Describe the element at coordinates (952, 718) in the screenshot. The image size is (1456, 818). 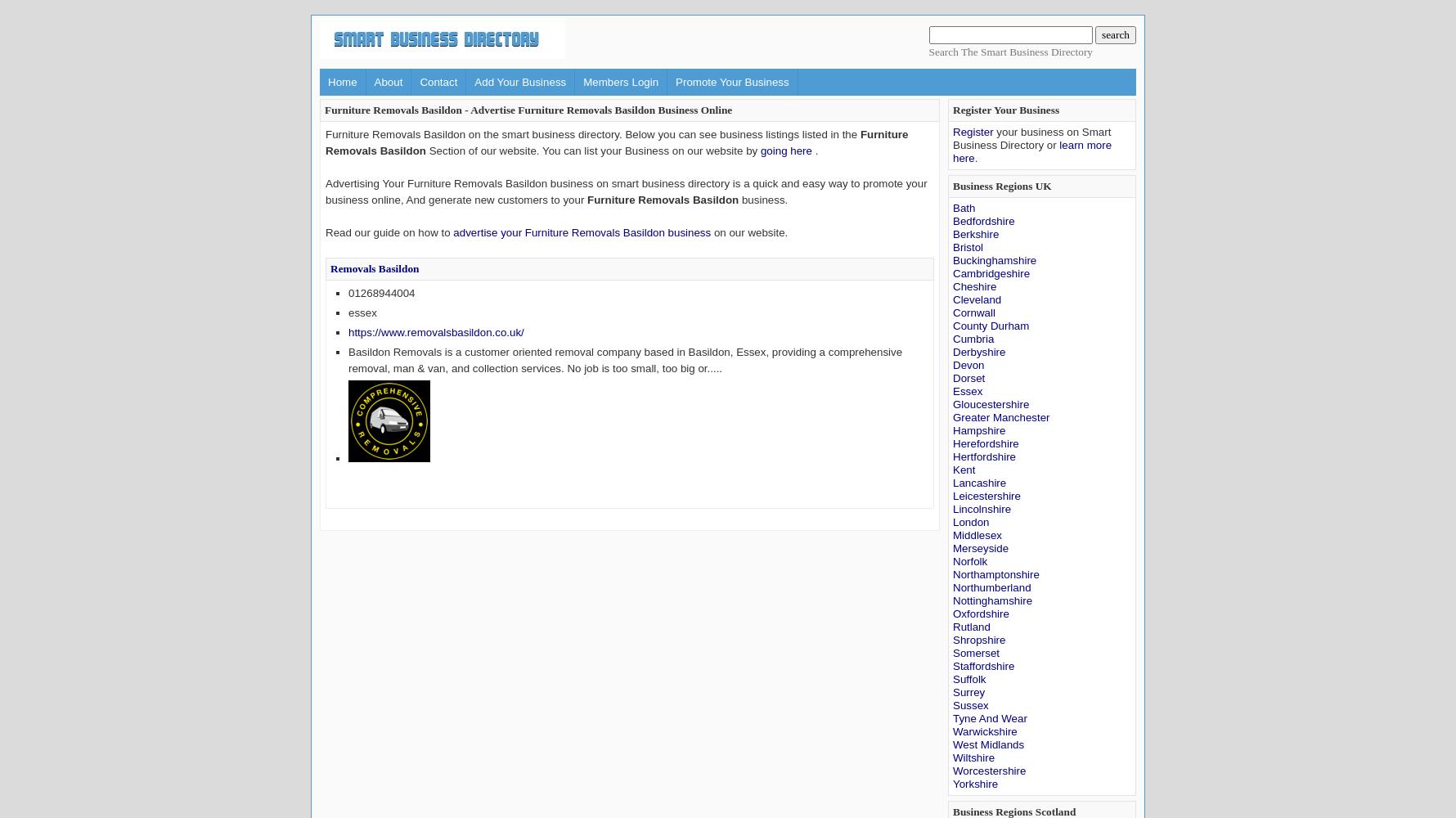
I see `'Tyne And Wear'` at that location.